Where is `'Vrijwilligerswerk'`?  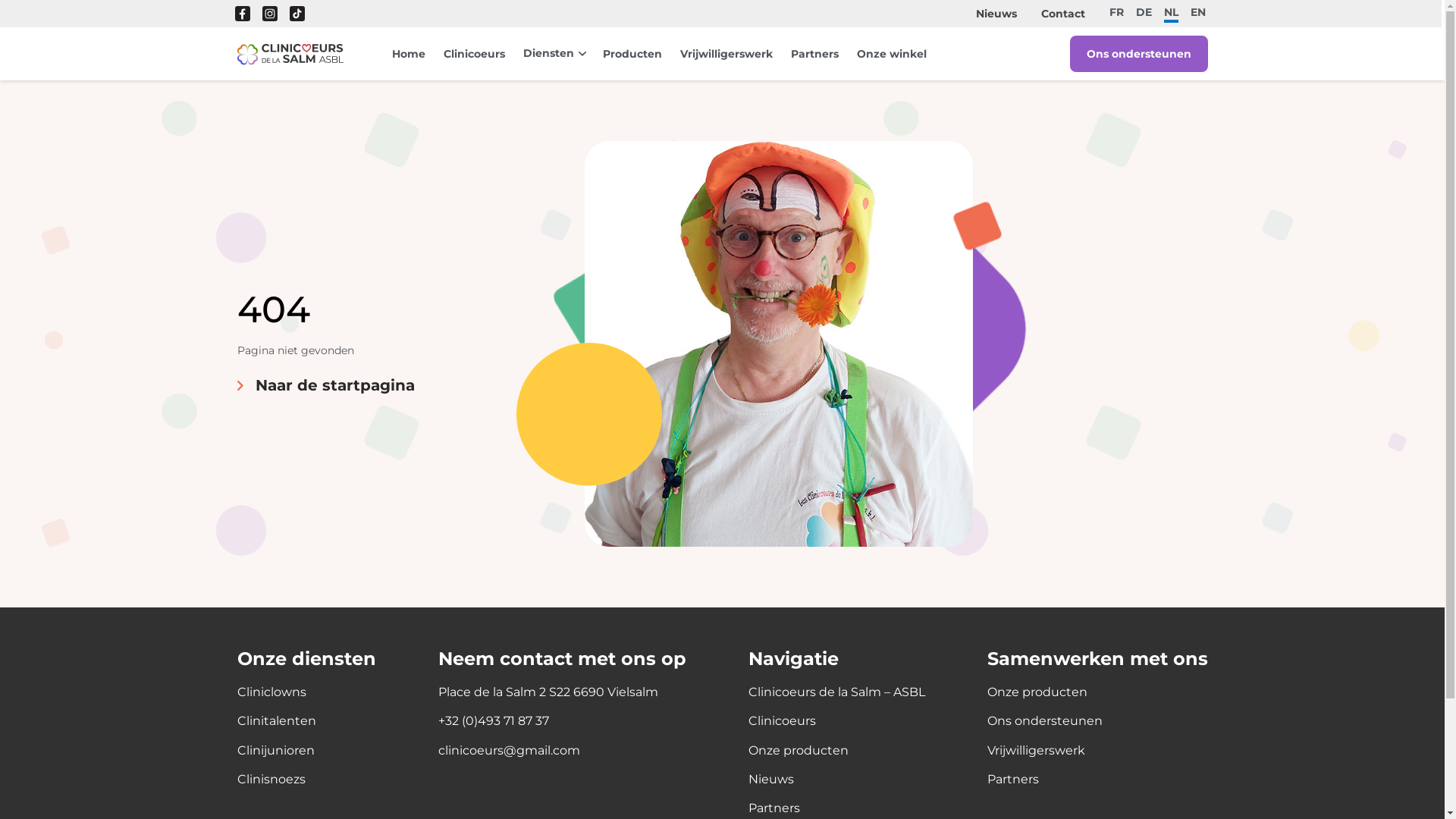 'Vrijwilligerswerk' is located at coordinates (724, 52).